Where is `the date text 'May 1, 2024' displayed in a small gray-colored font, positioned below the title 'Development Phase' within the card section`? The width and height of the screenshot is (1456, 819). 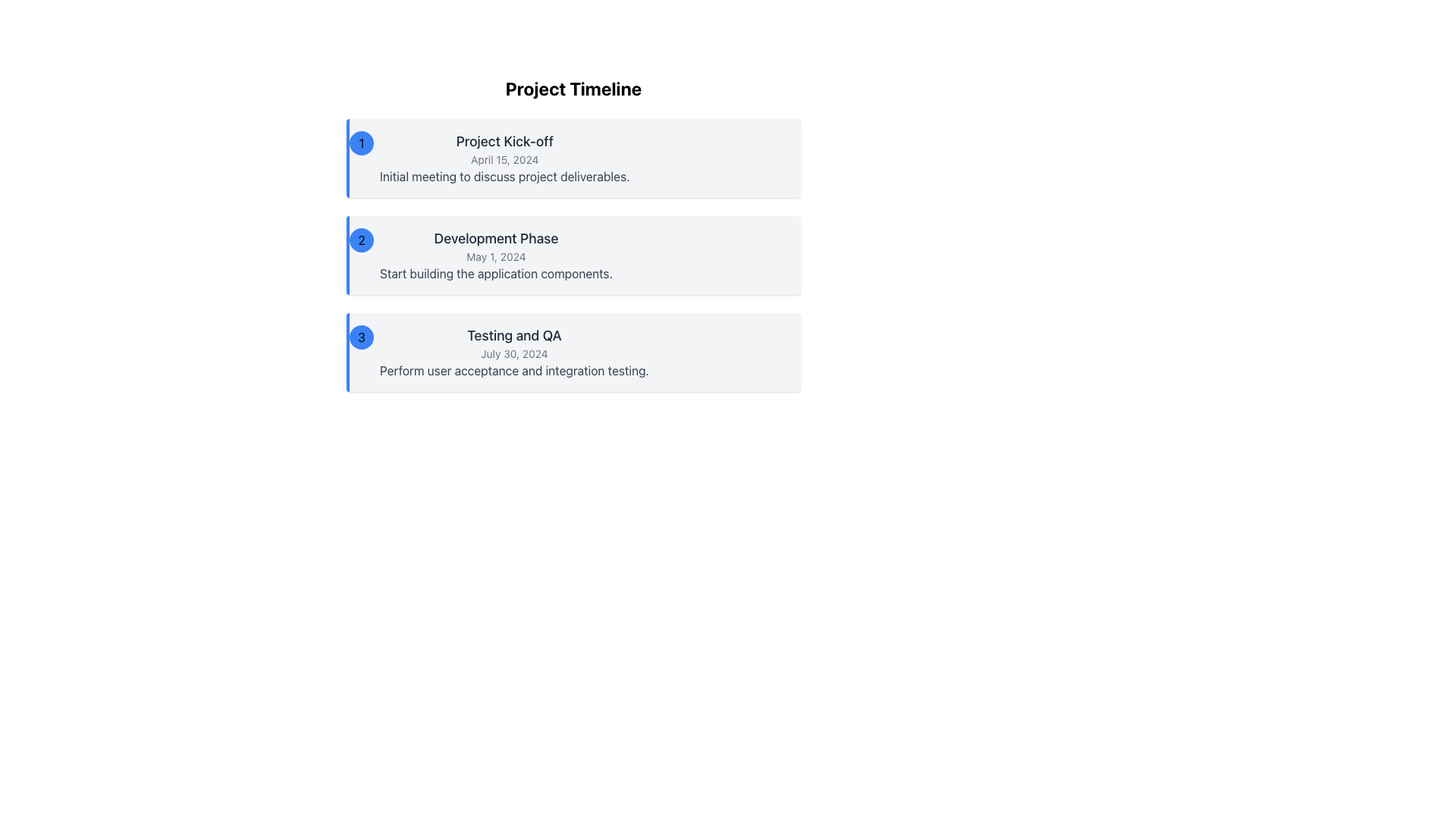
the date text 'May 1, 2024' displayed in a small gray-colored font, positioned below the title 'Development Phase' within the card section is located at coordinates (496, 256).